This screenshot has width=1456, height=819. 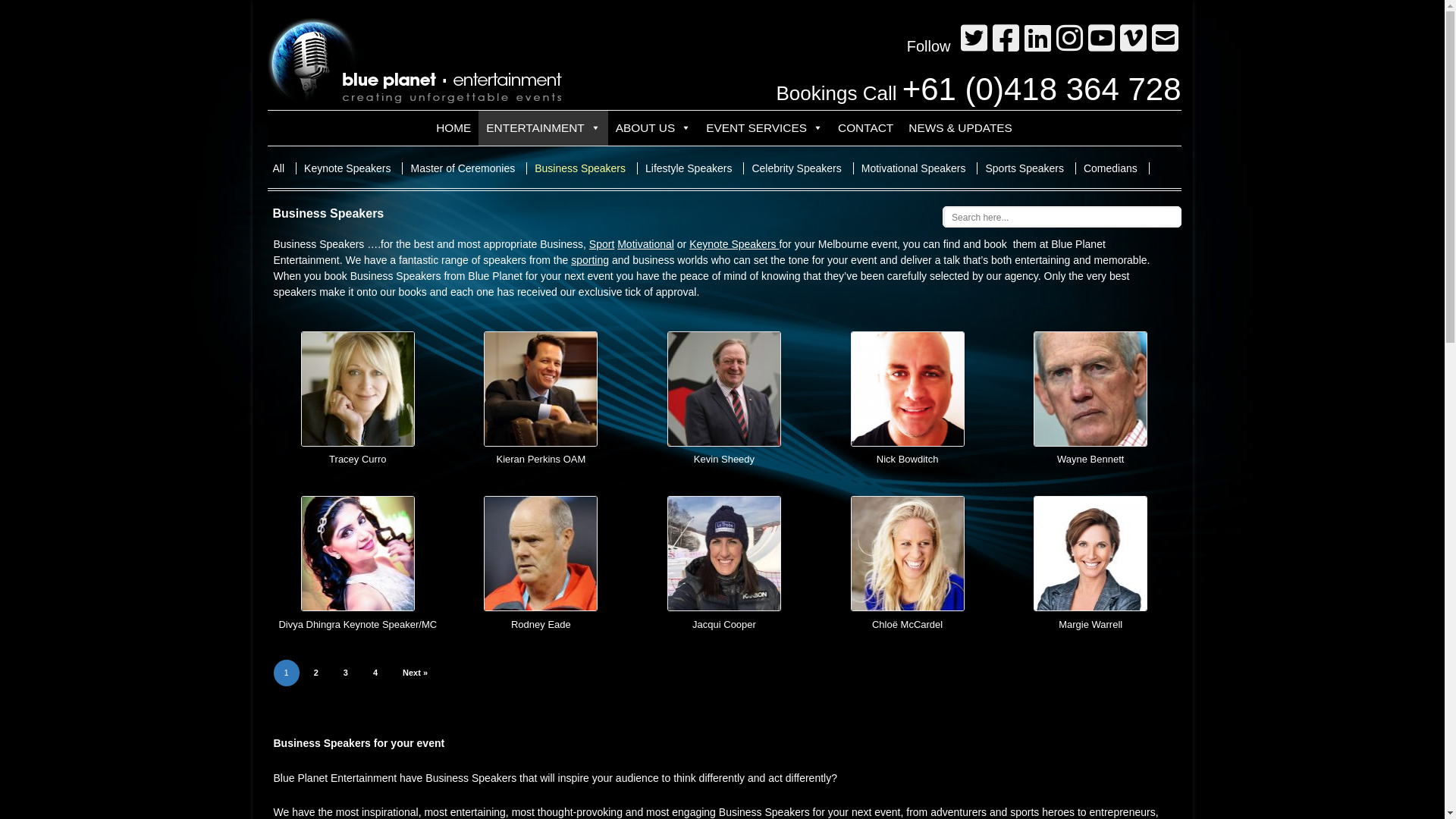 I want to click on '3', so click(x=345, y=672).